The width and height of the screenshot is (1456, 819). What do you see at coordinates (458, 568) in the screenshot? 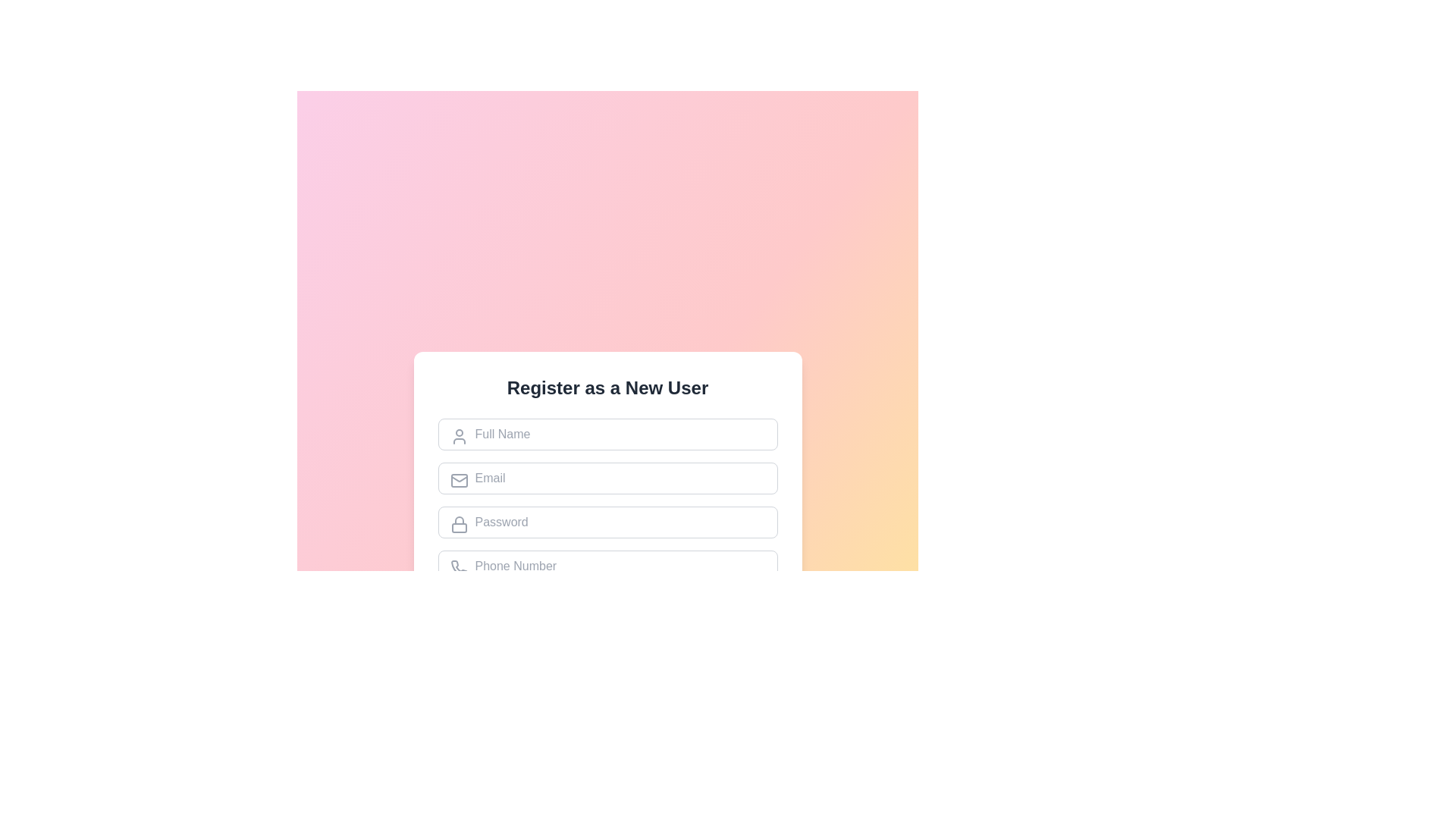
I see `the decorative icon for the phone number input field, which is aligned to the left-hand side and visually indicates the purpose of the field` at bounding box center [458, 568].